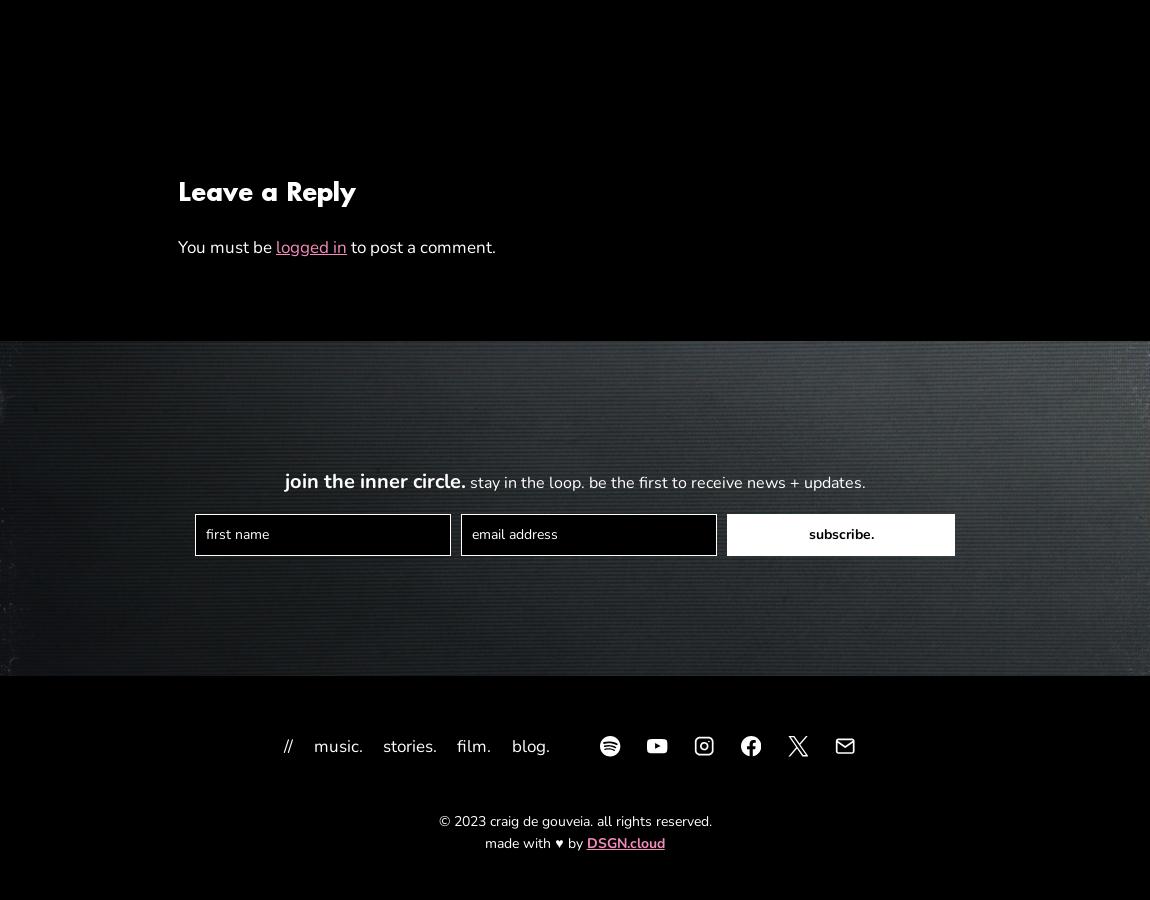  I want to click on 'music.', so click(313, 745).